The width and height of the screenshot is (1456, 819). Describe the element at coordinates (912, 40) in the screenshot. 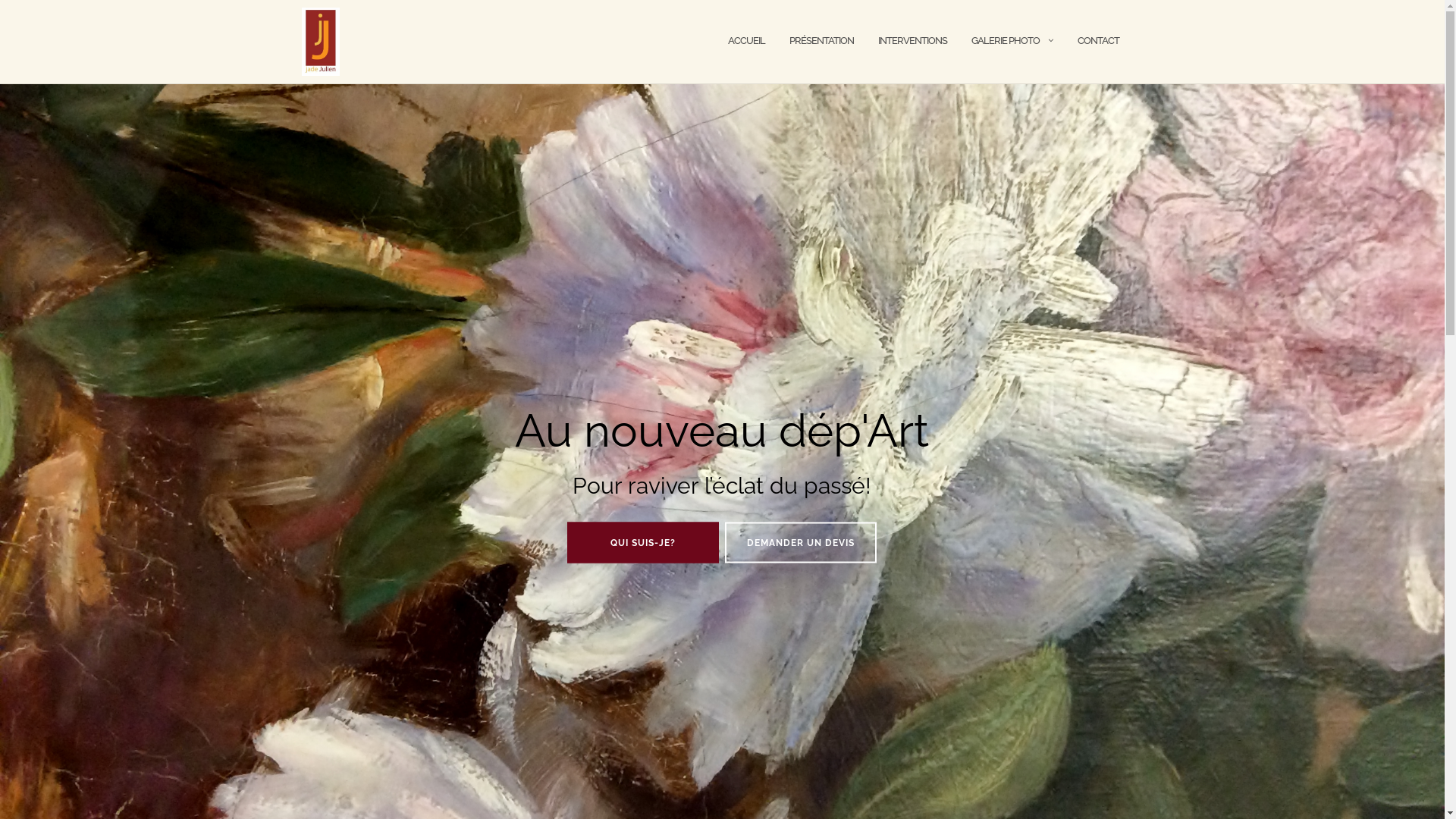

I see `'INTERVENTIONS'` at that location.